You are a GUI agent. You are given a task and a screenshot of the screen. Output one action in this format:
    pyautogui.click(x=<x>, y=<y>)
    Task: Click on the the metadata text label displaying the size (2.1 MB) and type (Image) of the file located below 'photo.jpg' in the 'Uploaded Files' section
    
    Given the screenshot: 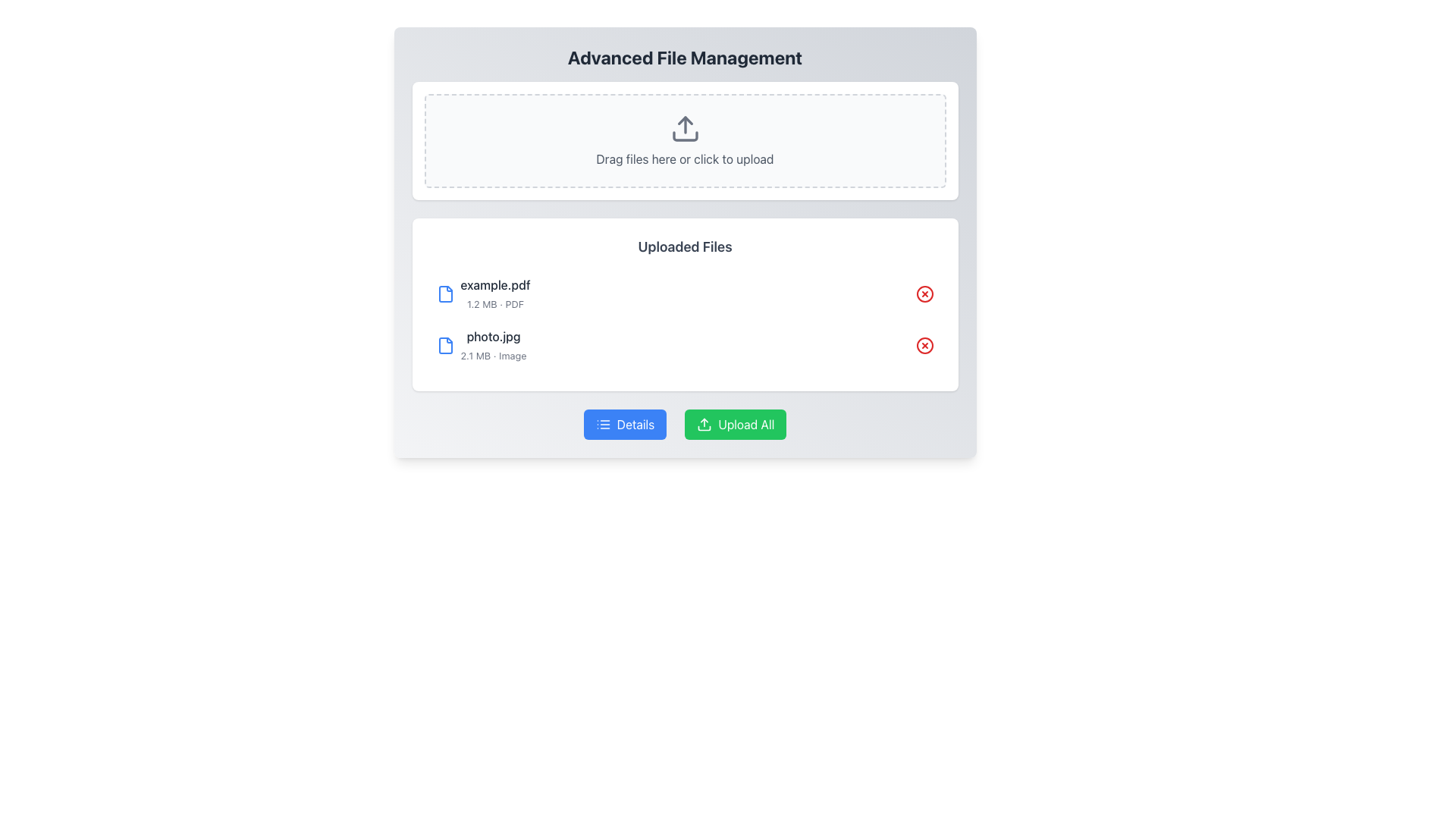 What is the action you would take?
    pyautogui.click(x=494, y=356)
    